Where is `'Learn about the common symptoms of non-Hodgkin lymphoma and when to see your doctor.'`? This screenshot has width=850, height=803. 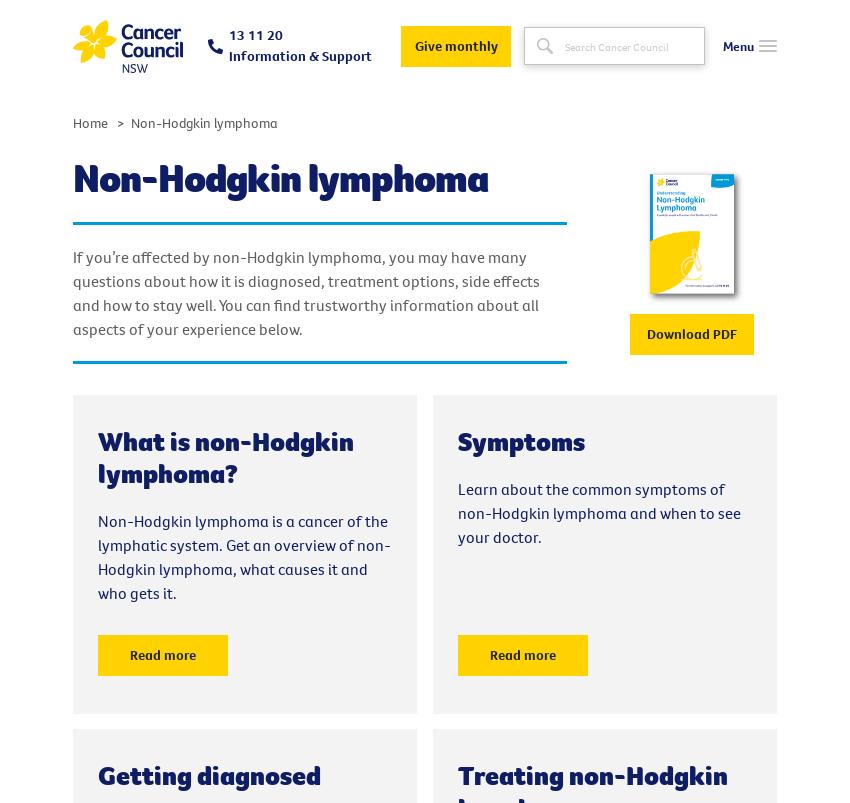 'Learn about the common symptoms of non-Hodgkin lymphoma and when to see your doctor.' is located at coordinates (598, 512).